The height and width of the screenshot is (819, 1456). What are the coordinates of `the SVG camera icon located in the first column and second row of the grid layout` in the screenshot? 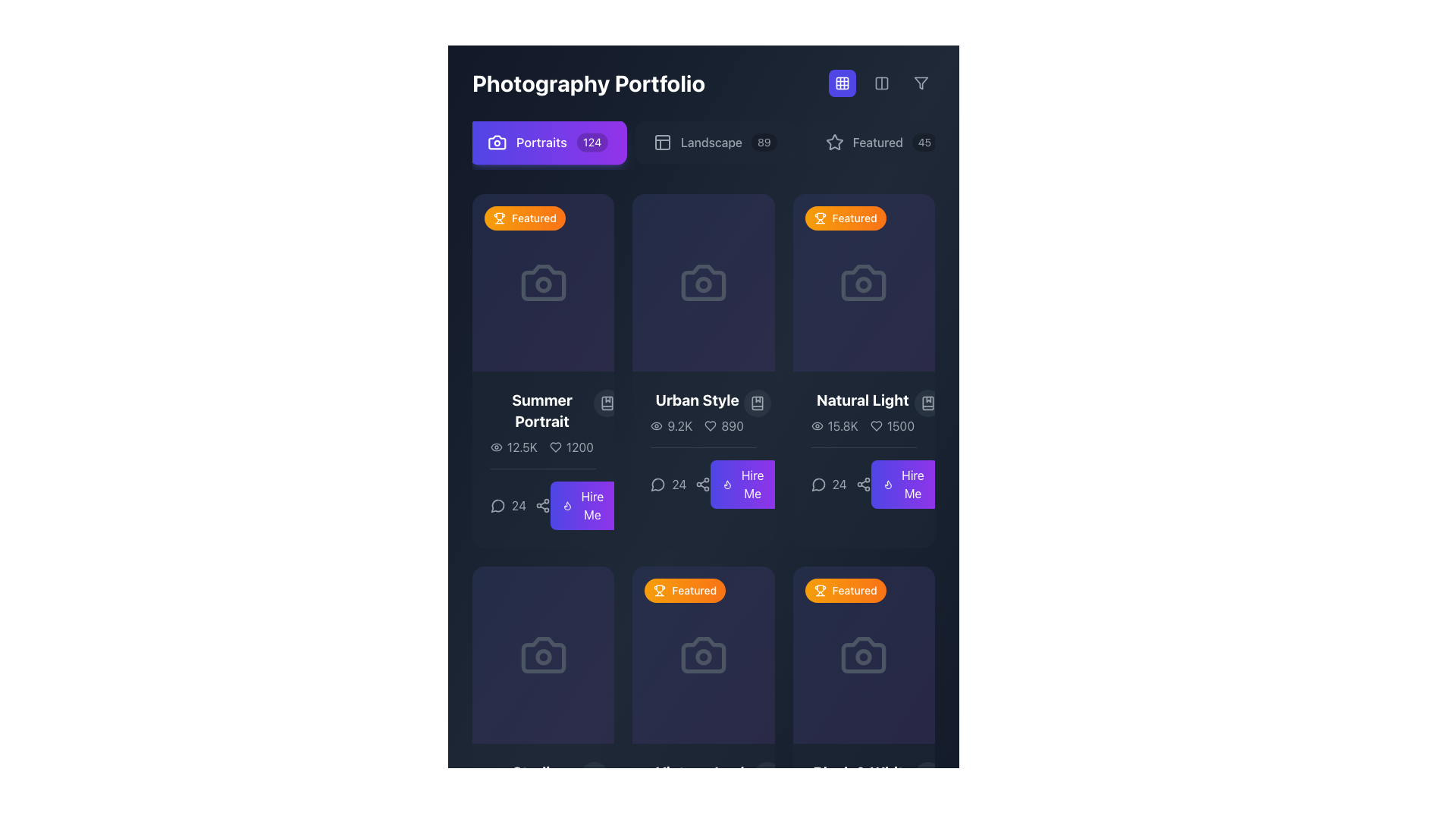 It's located at (543, 654).